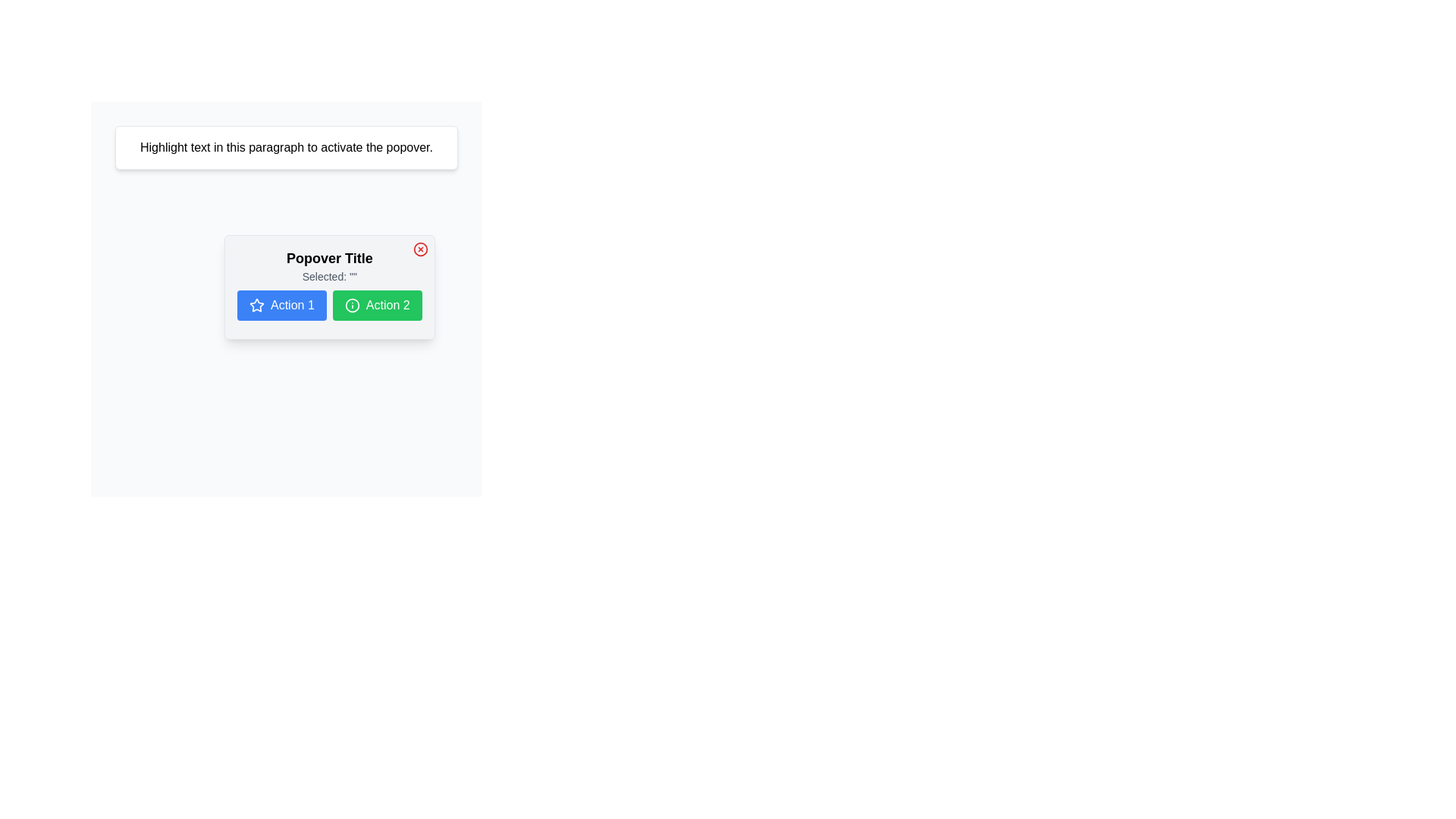 This screenshot has width=1456, height=819. I want to click on the first button labeled 'Action 1' with a blue background, so click(328, 305).